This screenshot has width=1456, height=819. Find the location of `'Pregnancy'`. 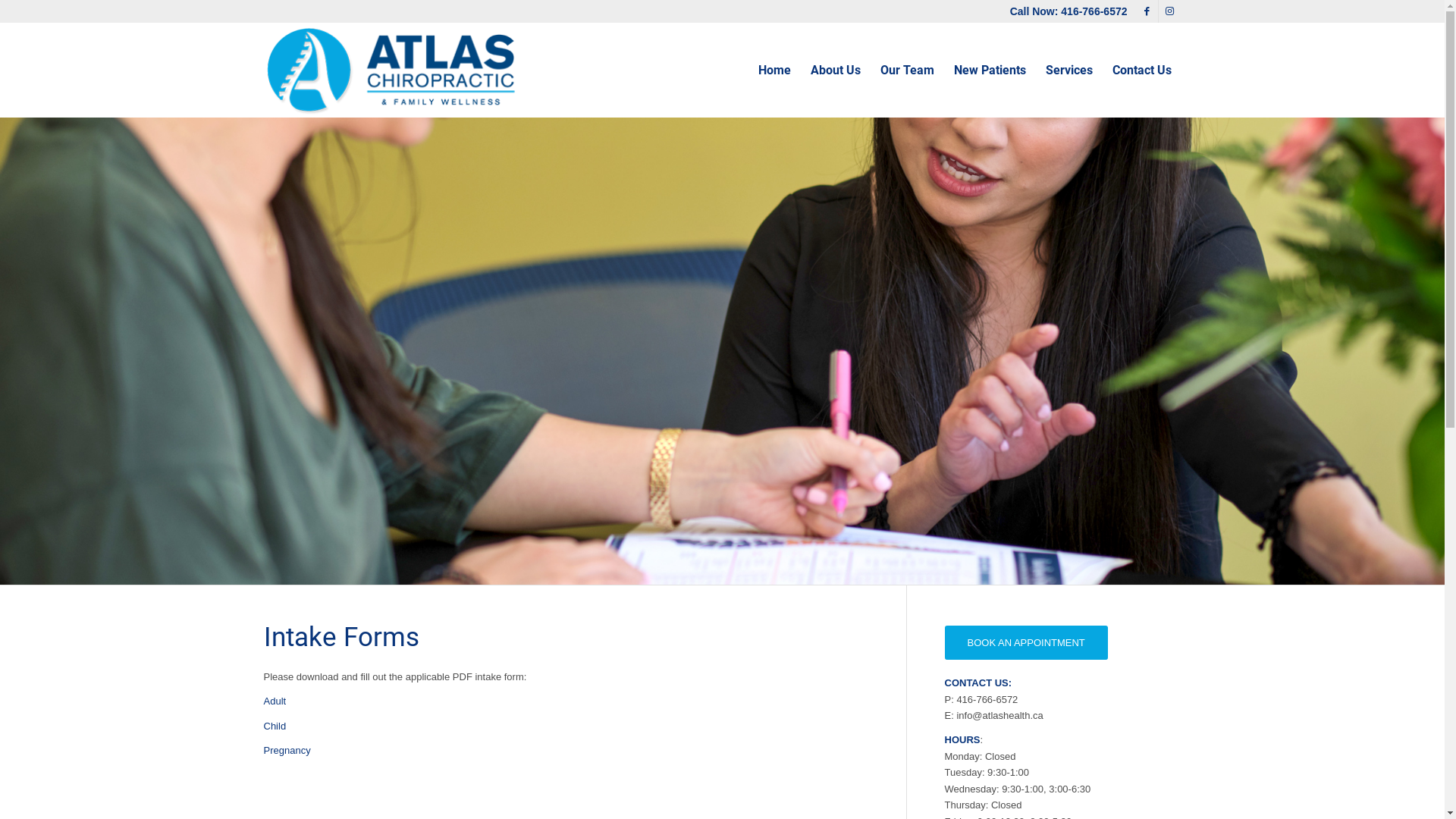

'Pregnancy' is located at coordinates (263, 749).